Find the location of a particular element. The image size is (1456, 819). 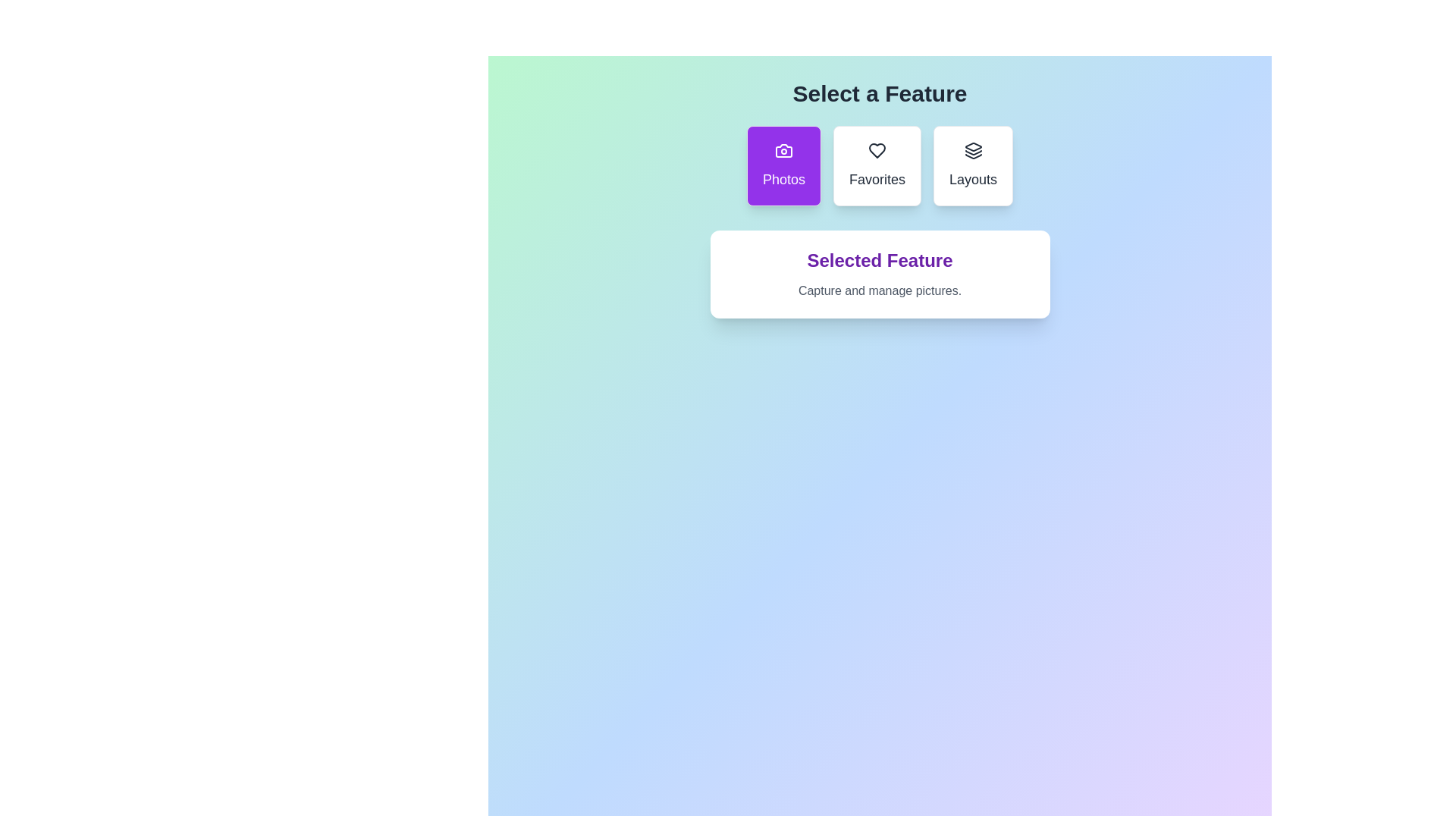

the Photos button to select it is located at coordinates (783, 166).